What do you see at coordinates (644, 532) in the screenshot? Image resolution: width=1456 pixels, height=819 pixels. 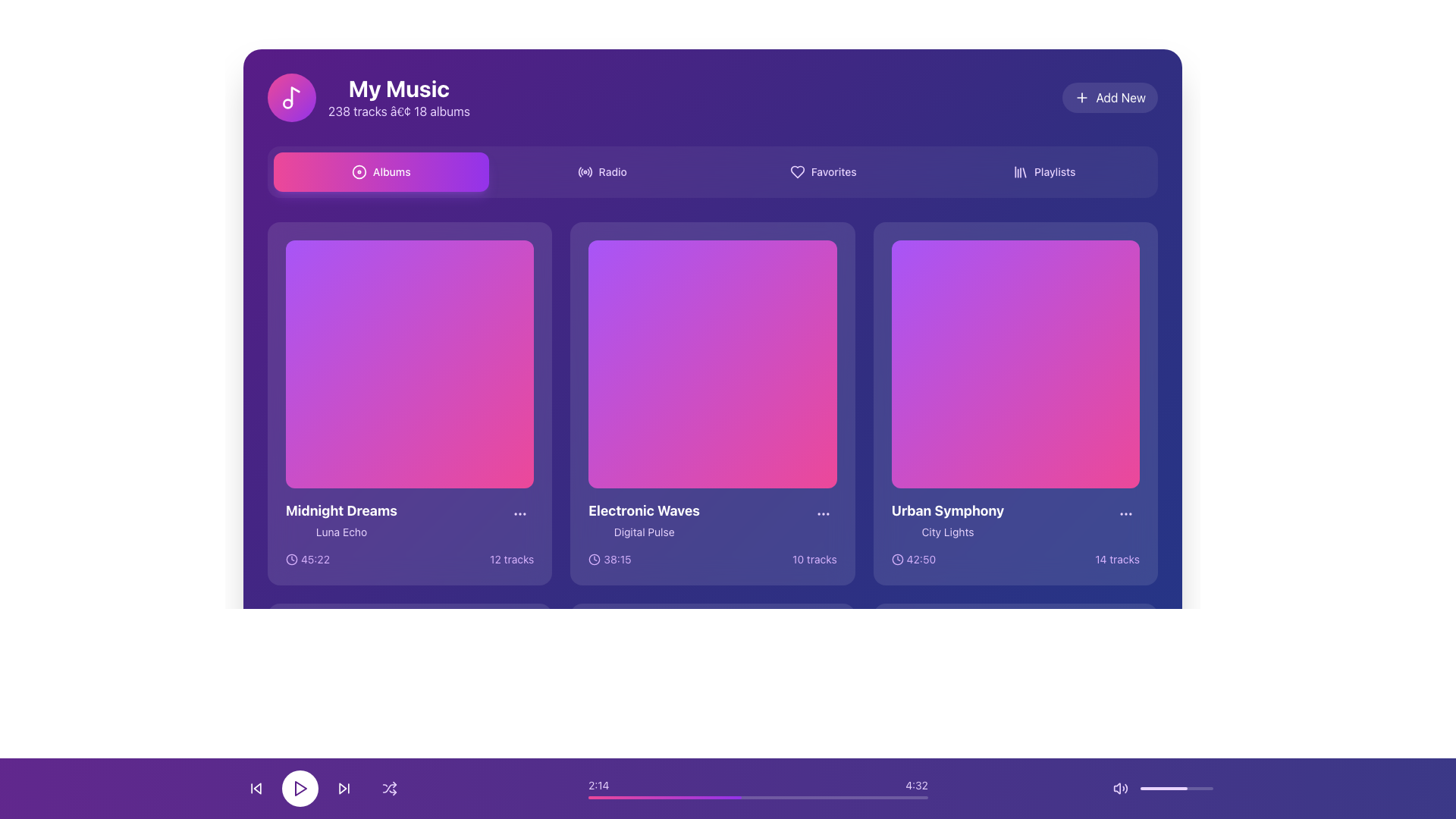 I see `text label that provides additional information related to the card titled 'Electronic Waves', located at the center of the card beneath the title` at bounding box center [644, 532].